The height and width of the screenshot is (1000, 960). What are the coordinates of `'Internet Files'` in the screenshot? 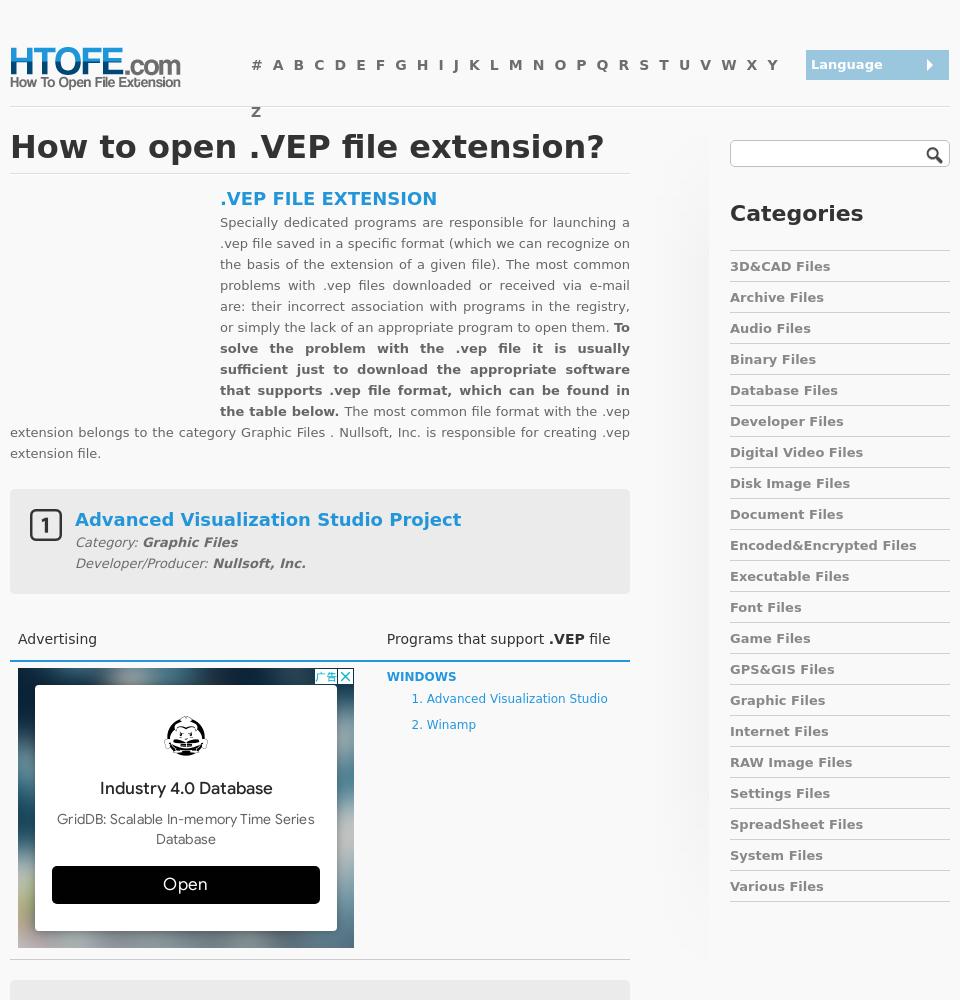 It's located at (778, 730).